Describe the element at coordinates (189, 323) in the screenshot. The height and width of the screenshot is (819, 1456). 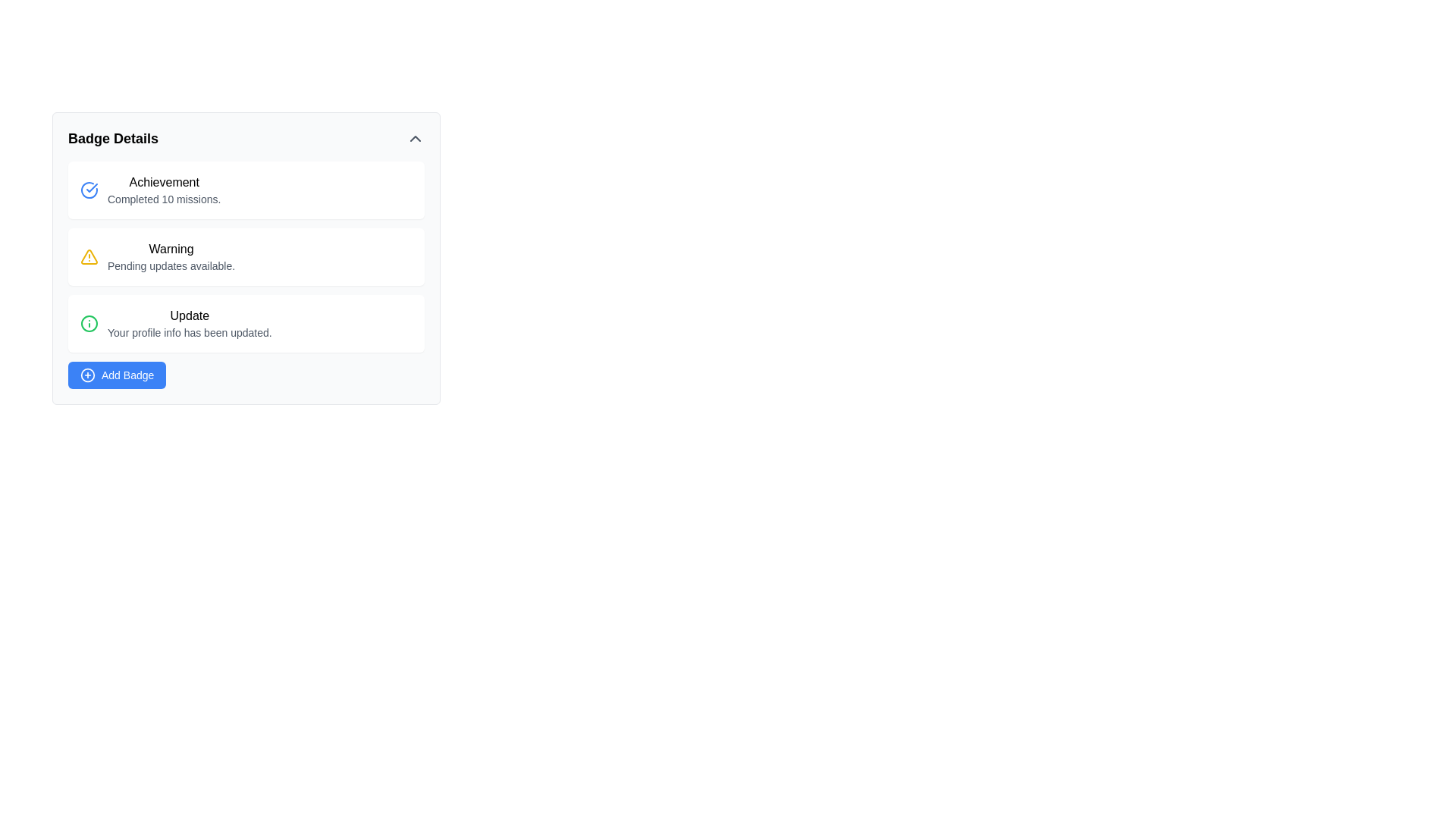
I see `the informational message that contains a bold 'Update' heading and a smaller gray description 'Your profile info has been updated.' positioned in the third section of the 'Badge Details' card` at that location.